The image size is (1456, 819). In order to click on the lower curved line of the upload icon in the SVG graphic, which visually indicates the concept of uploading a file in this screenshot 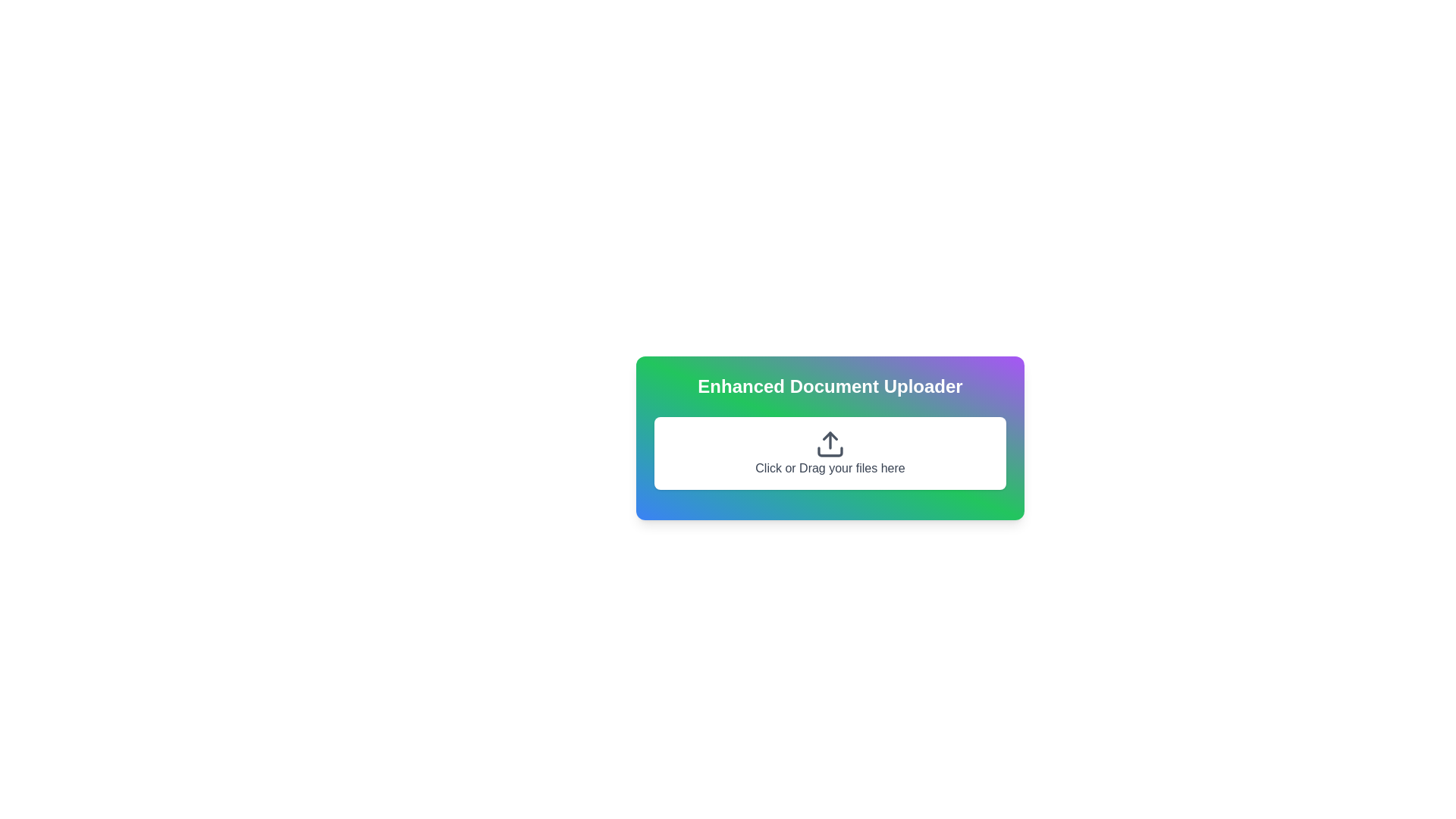, I will do `click(829, 451)`.